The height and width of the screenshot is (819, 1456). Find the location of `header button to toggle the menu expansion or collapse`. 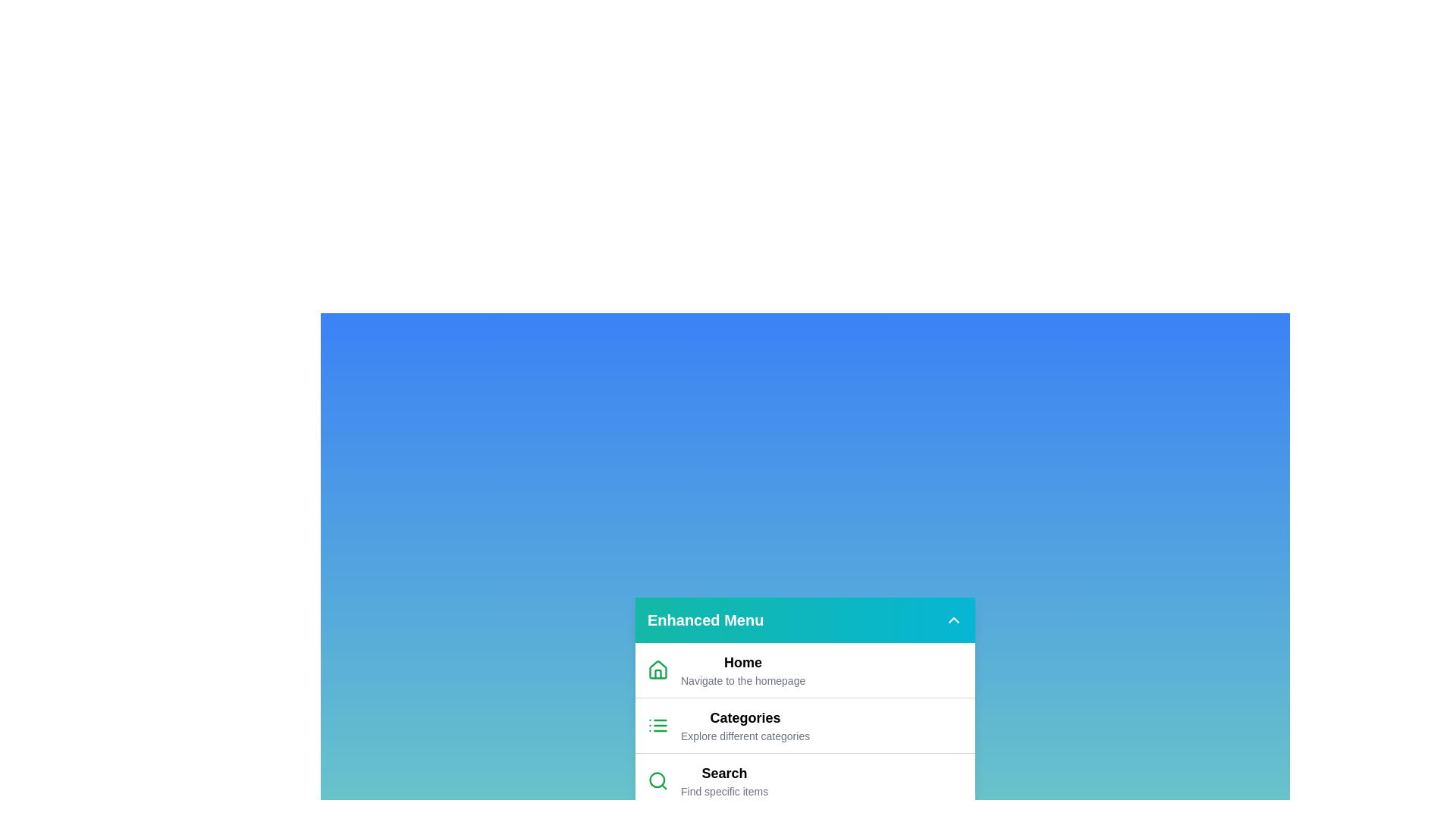

header button to toggle the menu expansion or collapse is located at coordinates (952, 620).